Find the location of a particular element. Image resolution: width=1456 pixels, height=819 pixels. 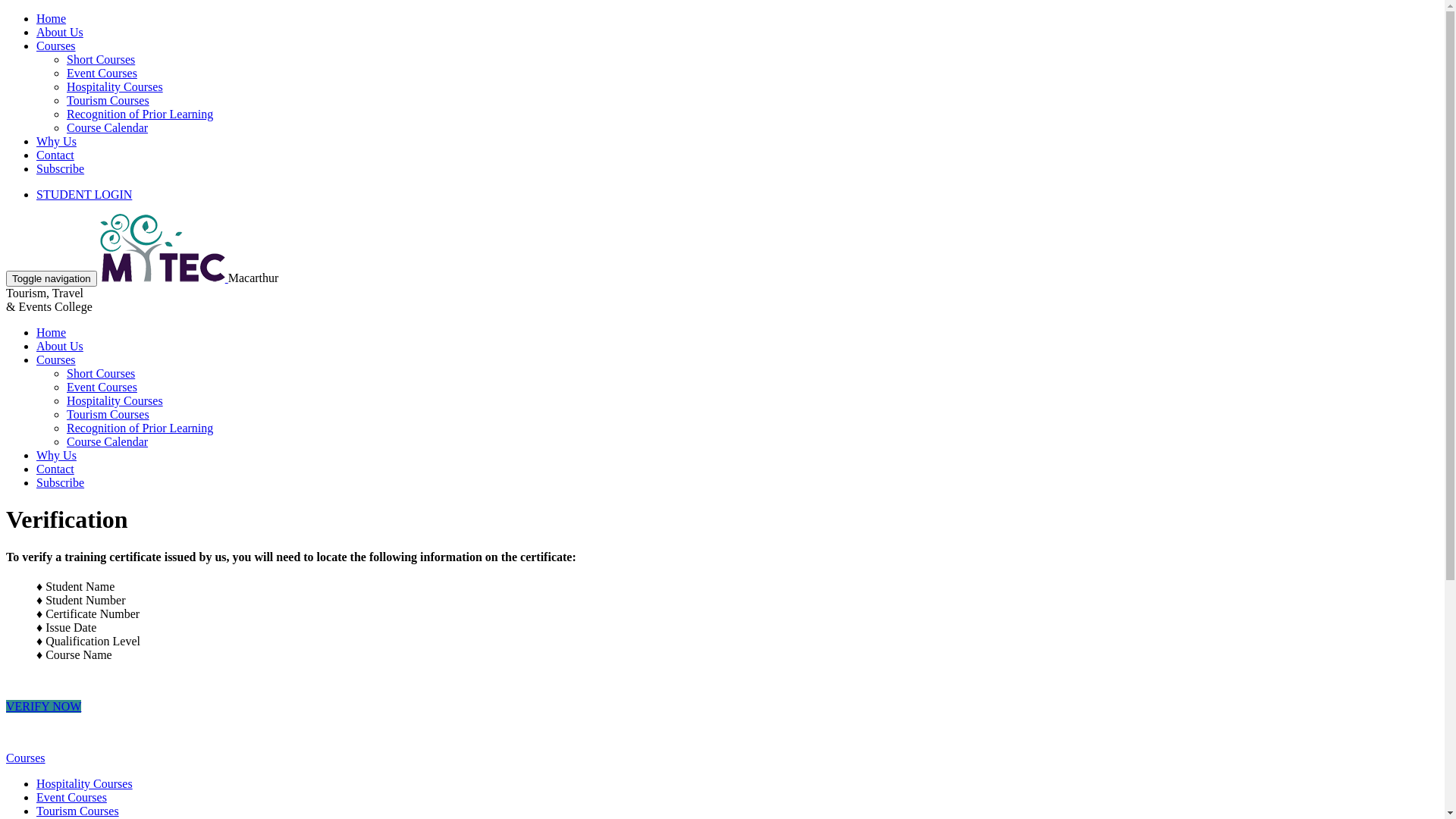

'Tourism Courses' is located at coordinates (77, 810).